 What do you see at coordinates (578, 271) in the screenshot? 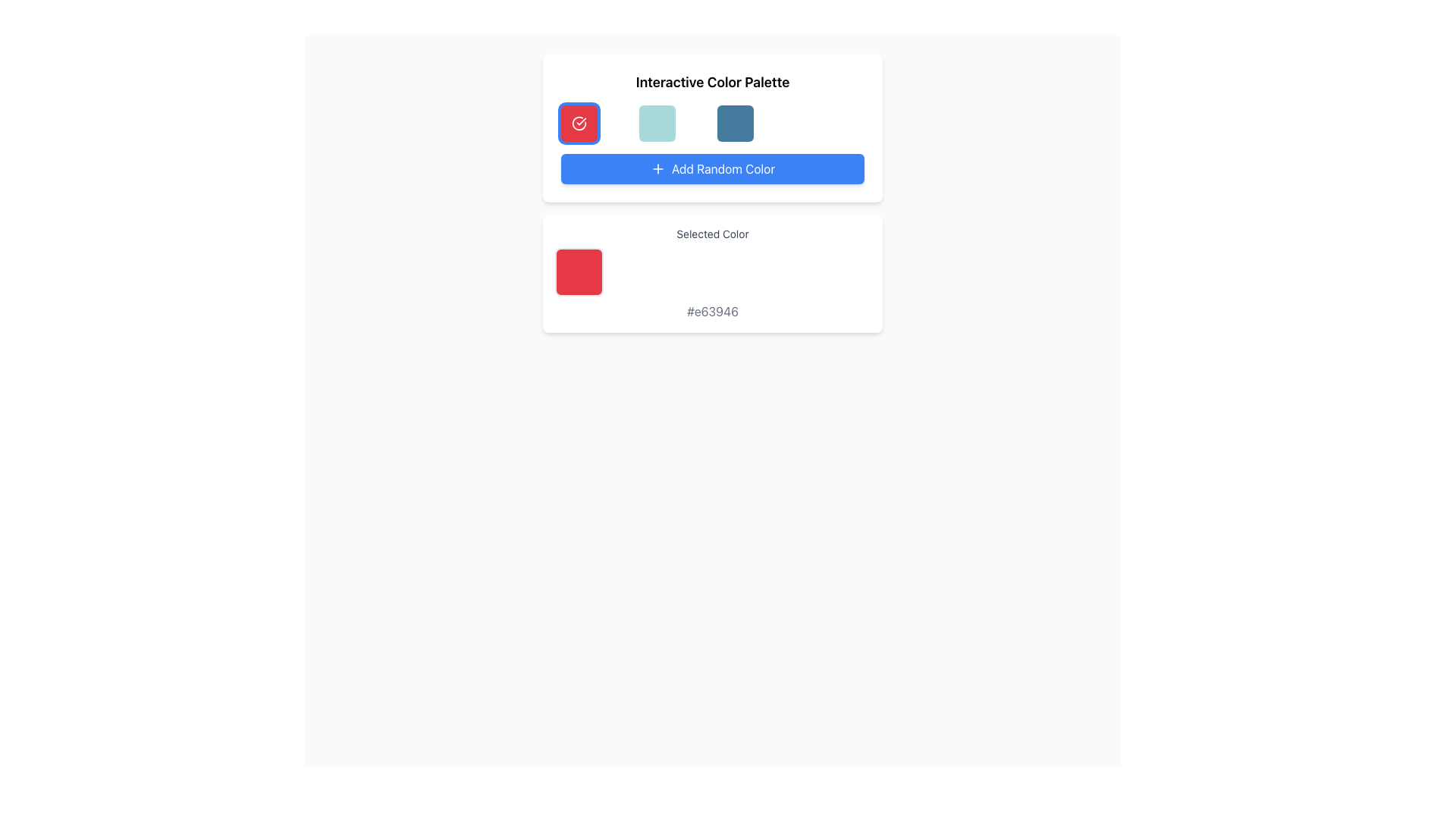
I see `the vibrant red square with rounded corners that represents the selected color, positioned below the 'Selected Color' text and above the color code '#E63946'` at bounding box center [578, 271].